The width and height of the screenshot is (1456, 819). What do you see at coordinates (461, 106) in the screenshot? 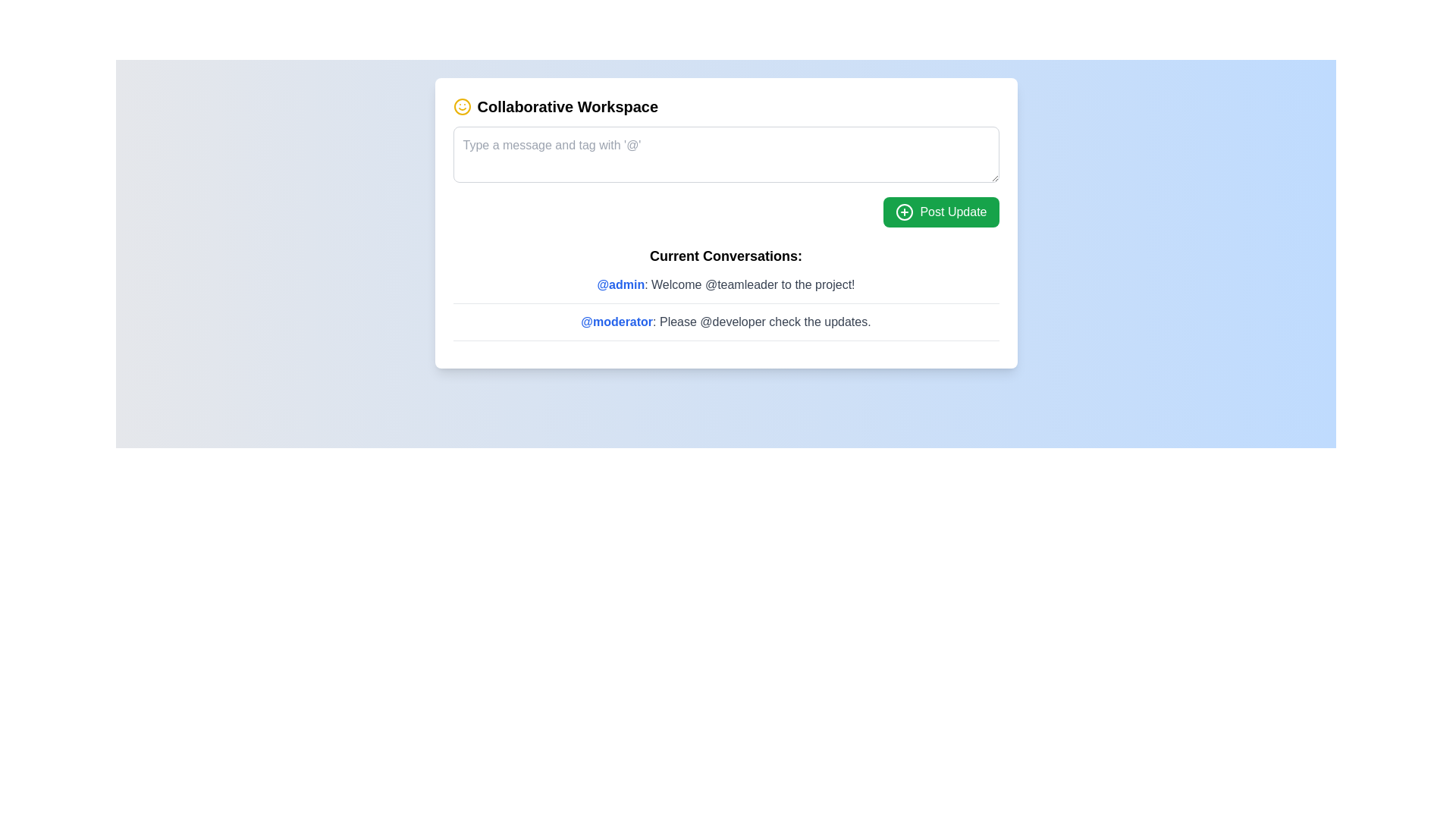
I see `the small circular smiling face icon, which is yellow and located to the left of the text 'Collaborative Workspace'` at bounding box center [461, 106].